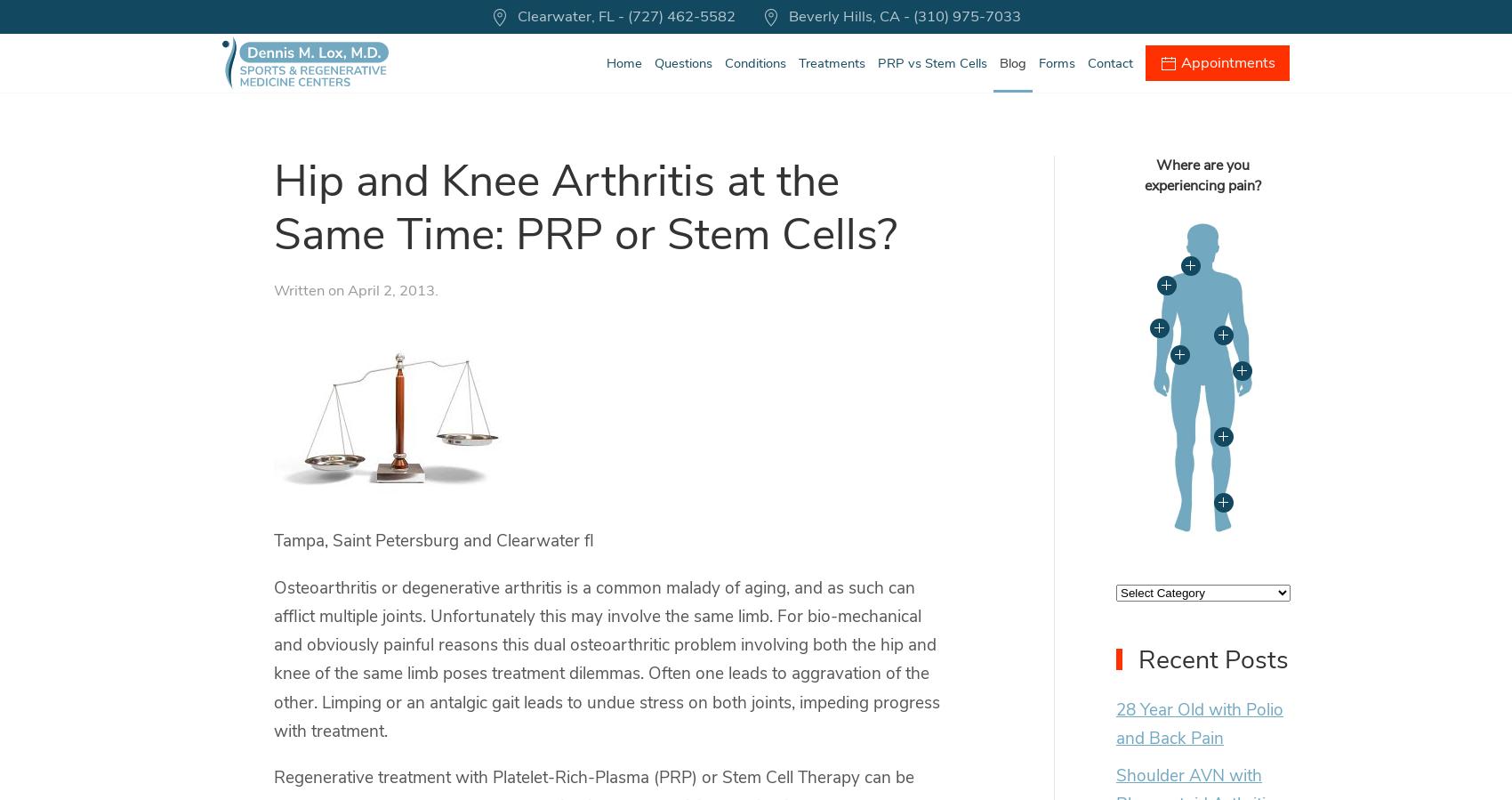  Describe the element at coordinates (435, 288) in the screenshot. I see `'.'` at that location.